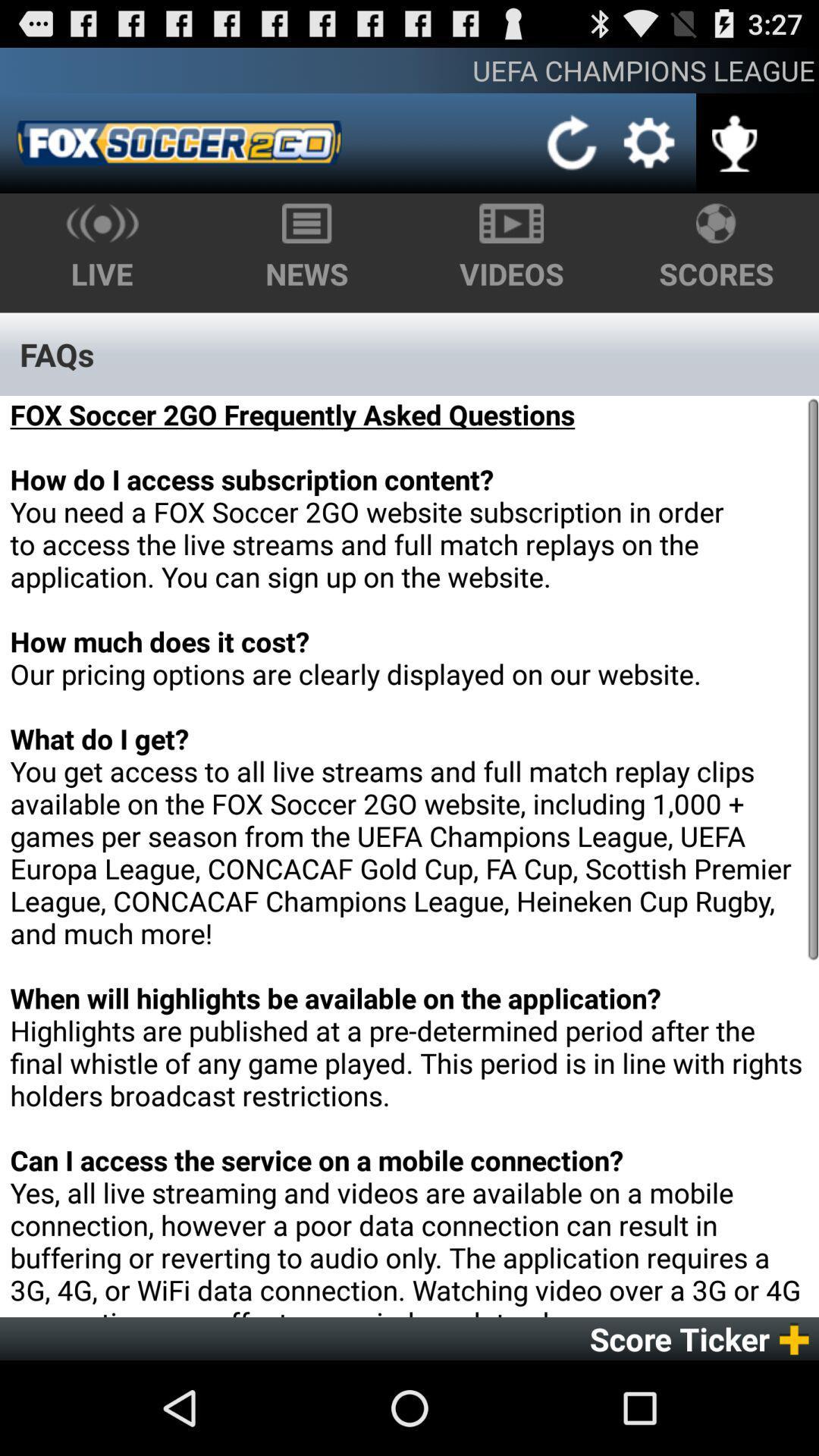 The image size is (819, 1456). What do you see at coordinates (573, 143) in the screenshot?
I see `the item below uefa champions league icon` at bounding box center [573, 143].